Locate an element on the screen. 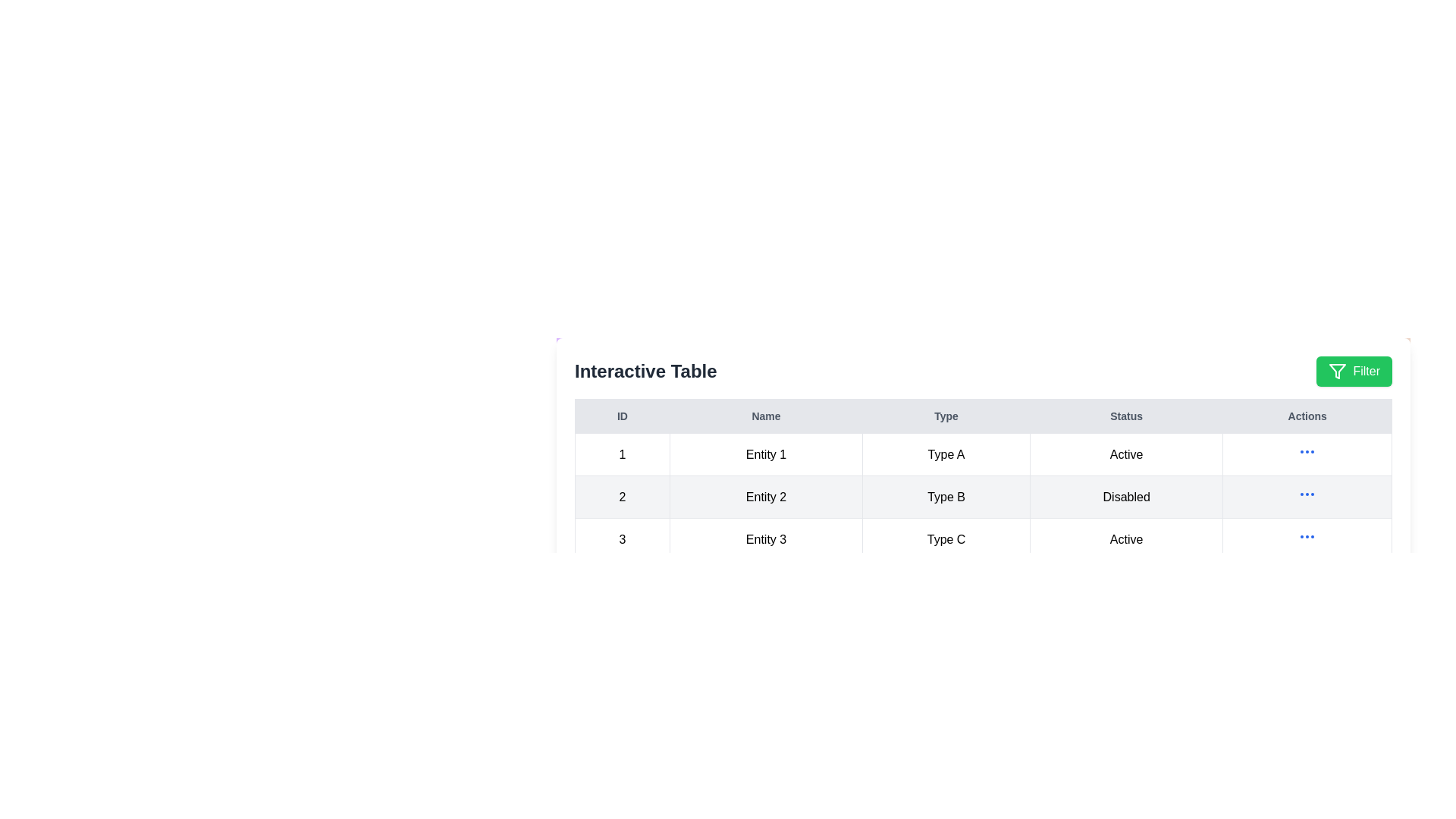  the row corresponding to 1 is located at coordinates (983, 453).